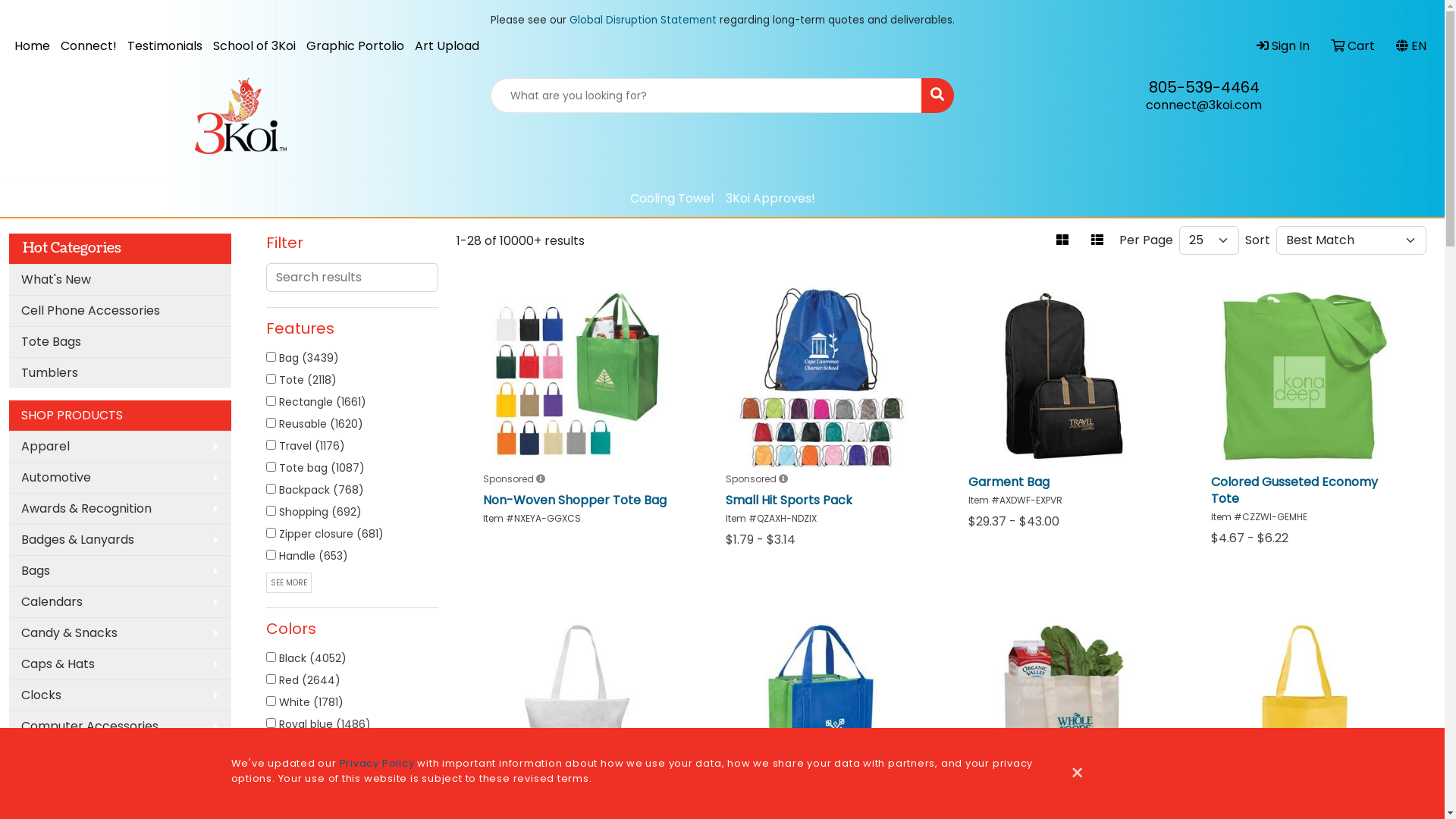 The height and width of the screenshot is (819, 1456). What do you see at coordinates (122, 45) in the screenshot?
I see `'Testimonials'` at bounding box center [122, 45].